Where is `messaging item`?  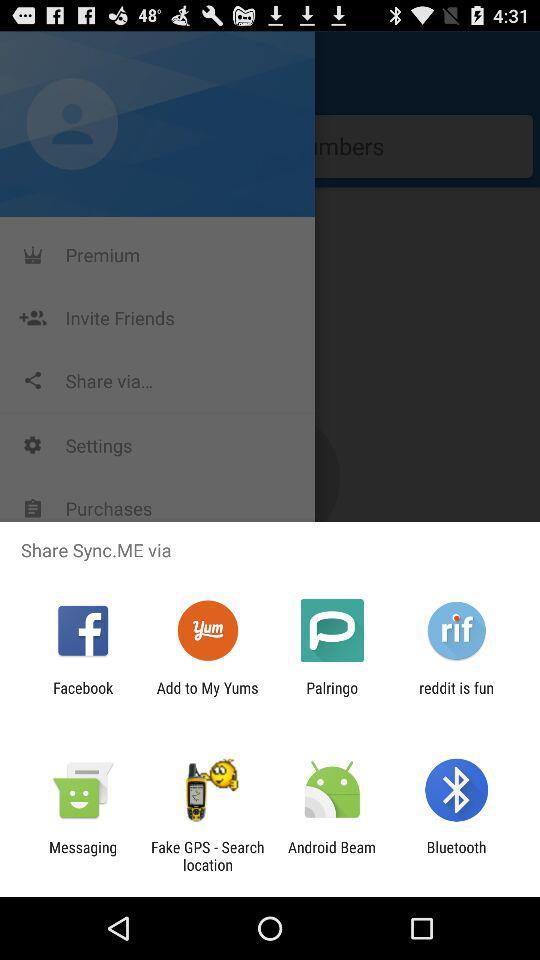 messaging item is located at coordinates (82, 855).